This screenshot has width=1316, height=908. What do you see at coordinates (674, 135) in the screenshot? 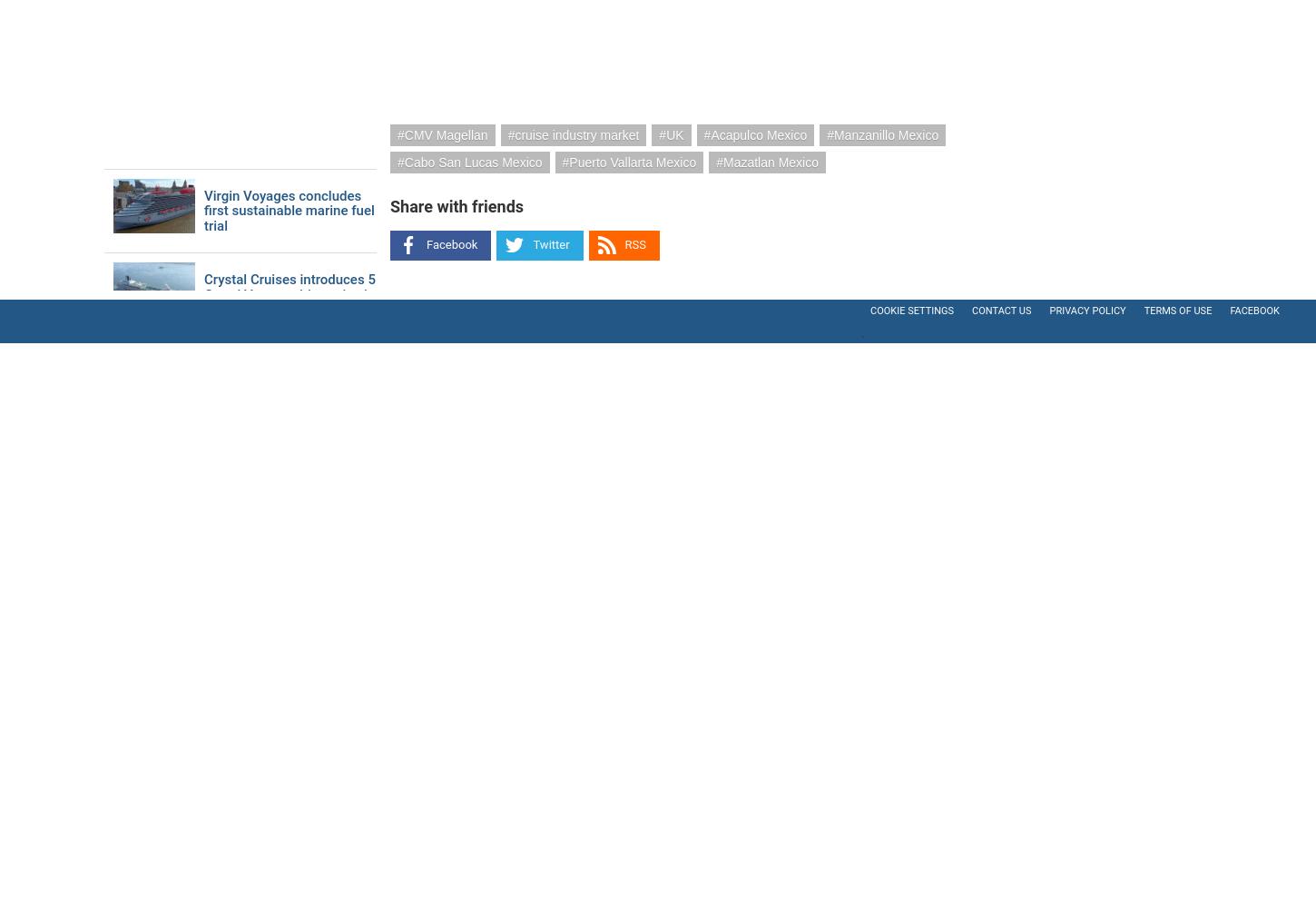
I see `'UK'` at bounding box center [674, 135].